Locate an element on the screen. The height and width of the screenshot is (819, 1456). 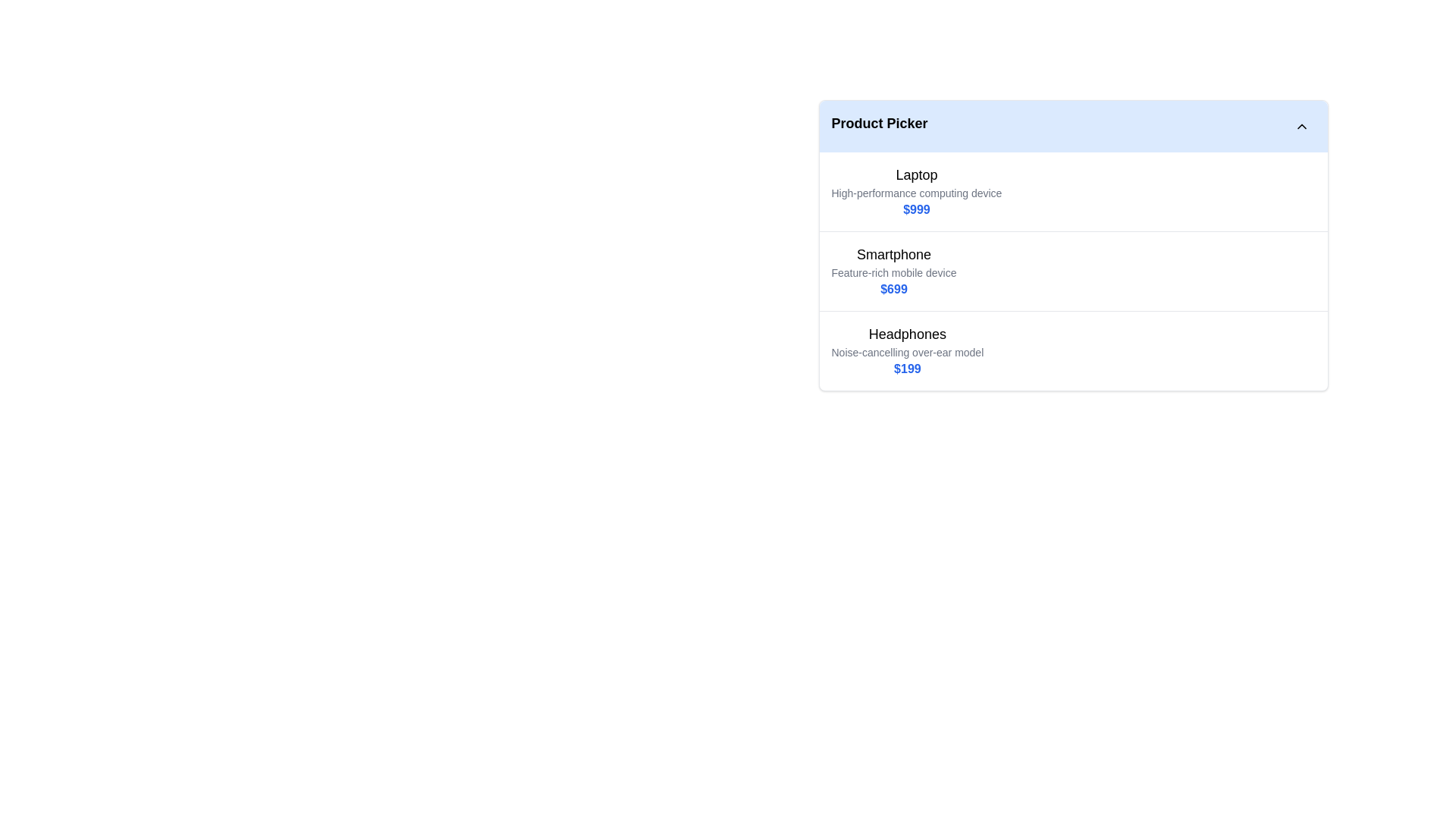
product descriptions and prices from the 'Product Picker' panel, which is a composite UI component with a white background and rounded corners, displaying rows of product details is located at coordinates (1072, 245).